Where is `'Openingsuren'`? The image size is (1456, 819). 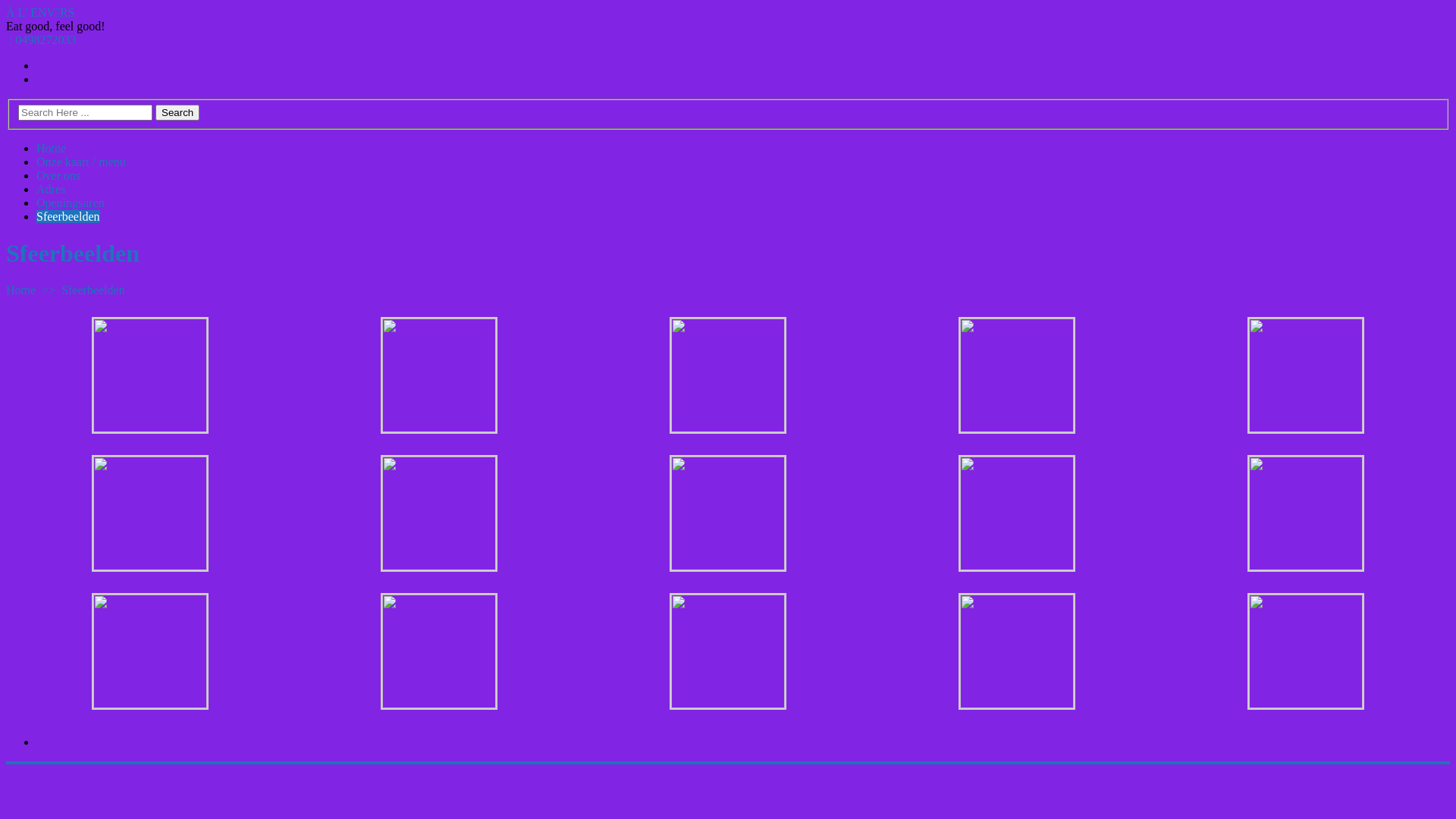 'Openingsuren' is located at coordinates (69, 202).